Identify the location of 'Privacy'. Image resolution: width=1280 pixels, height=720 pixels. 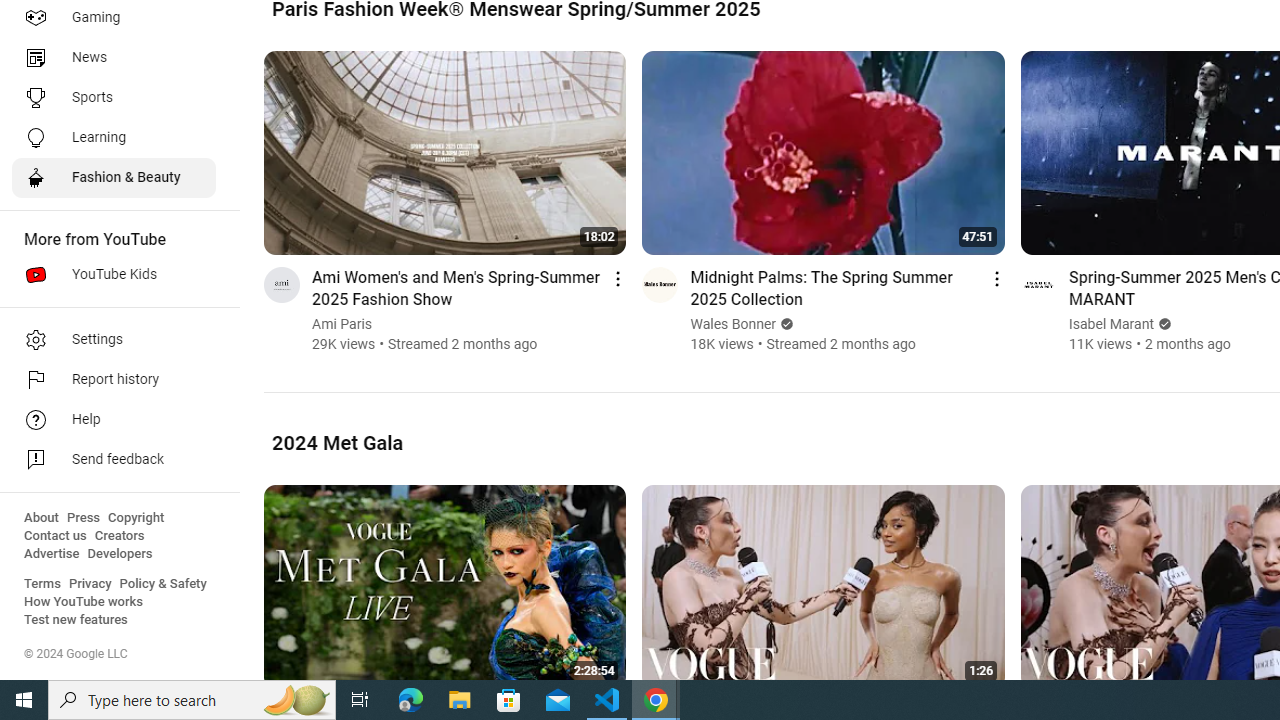
(89, 584).